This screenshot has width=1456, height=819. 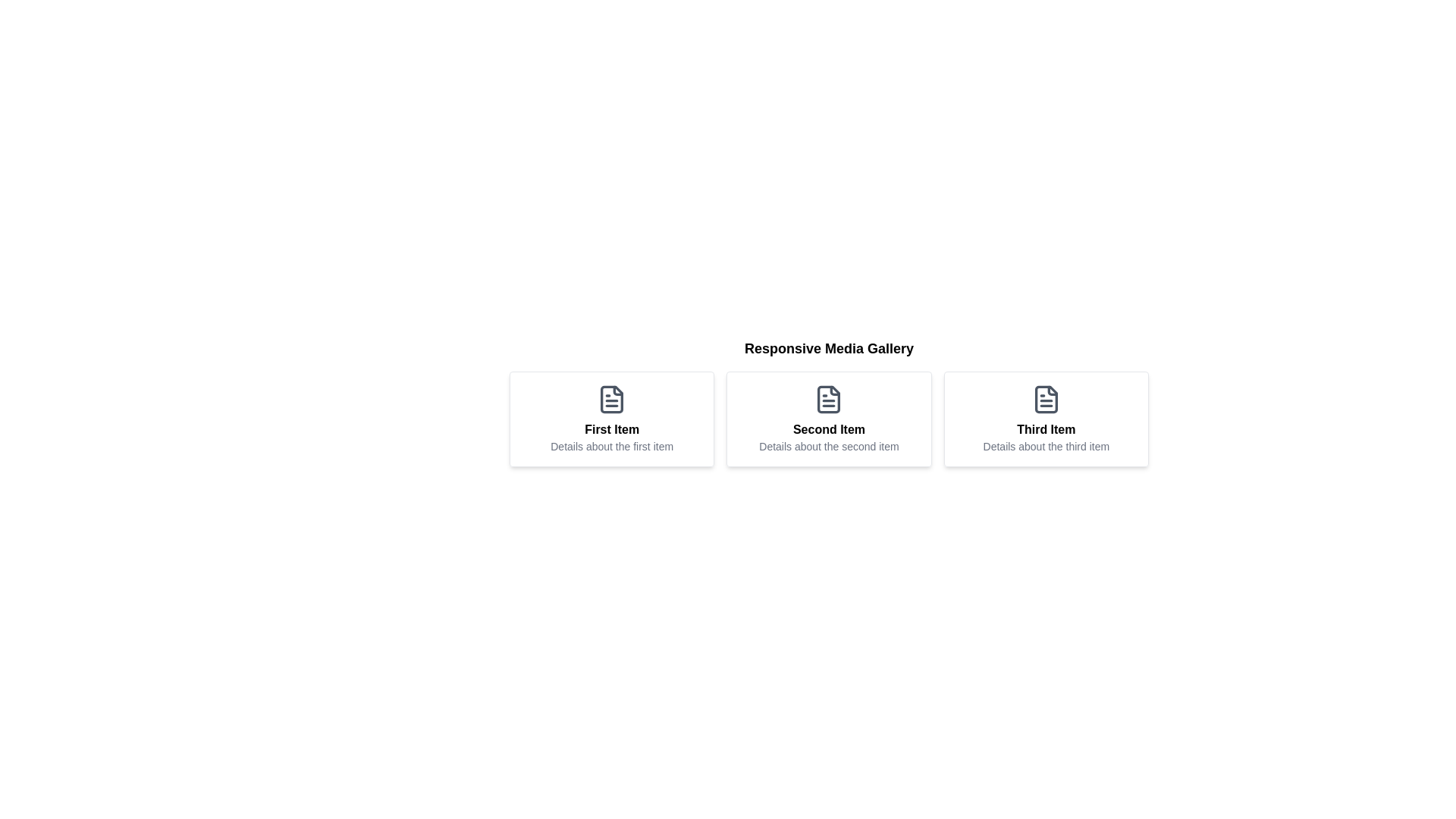 What do you see at coordinates (612, 446) in the screenshot?
I see `the text label that provides additional descriptive information about the first item in the list, located under the title 'First Item'` at bounding box center [612, 446].